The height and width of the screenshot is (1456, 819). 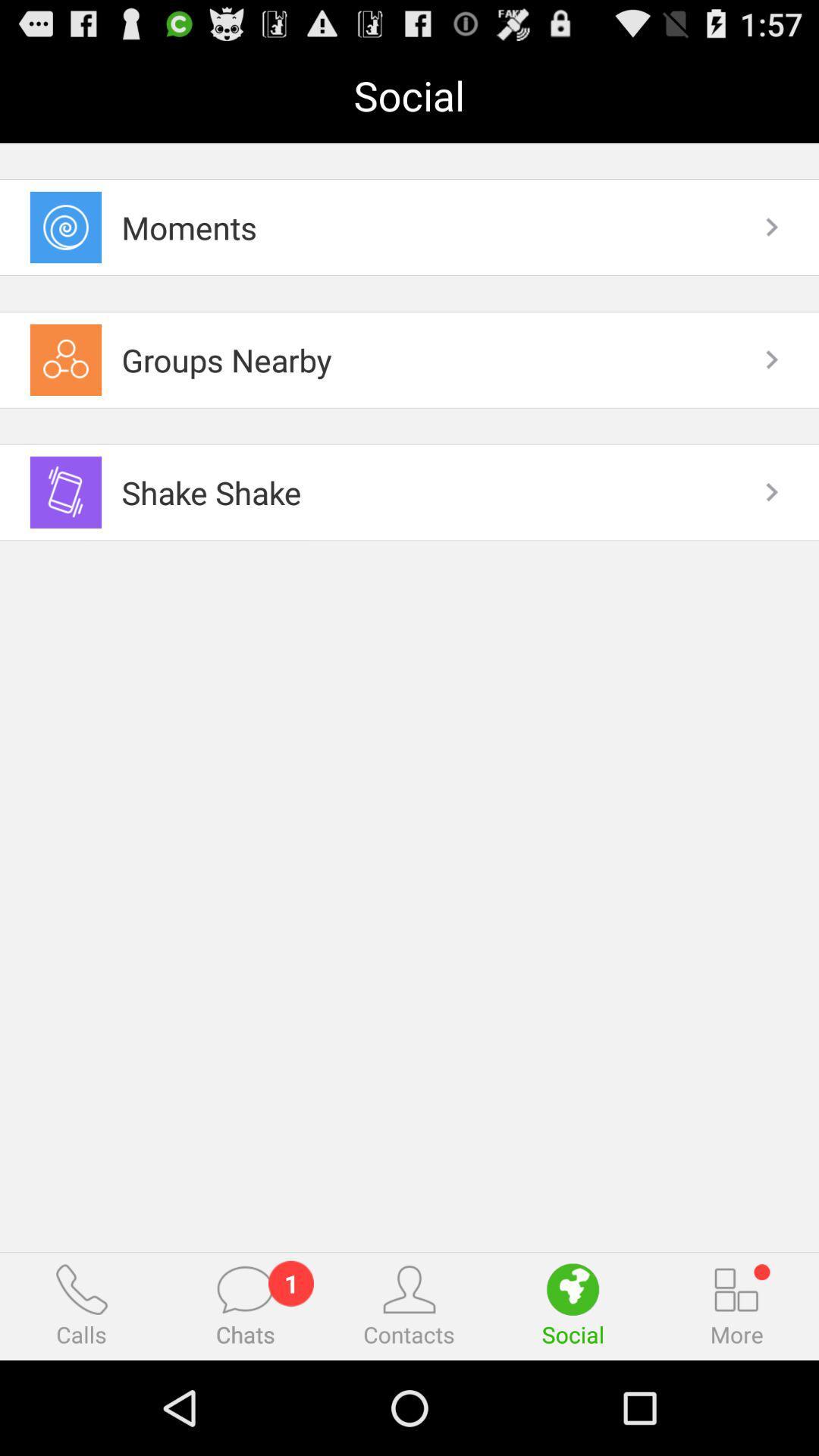 What do you see at coordinates (771, 226) in the screenshot?
I see `front arrow which is beside moments` at bounding box center [771, 226].